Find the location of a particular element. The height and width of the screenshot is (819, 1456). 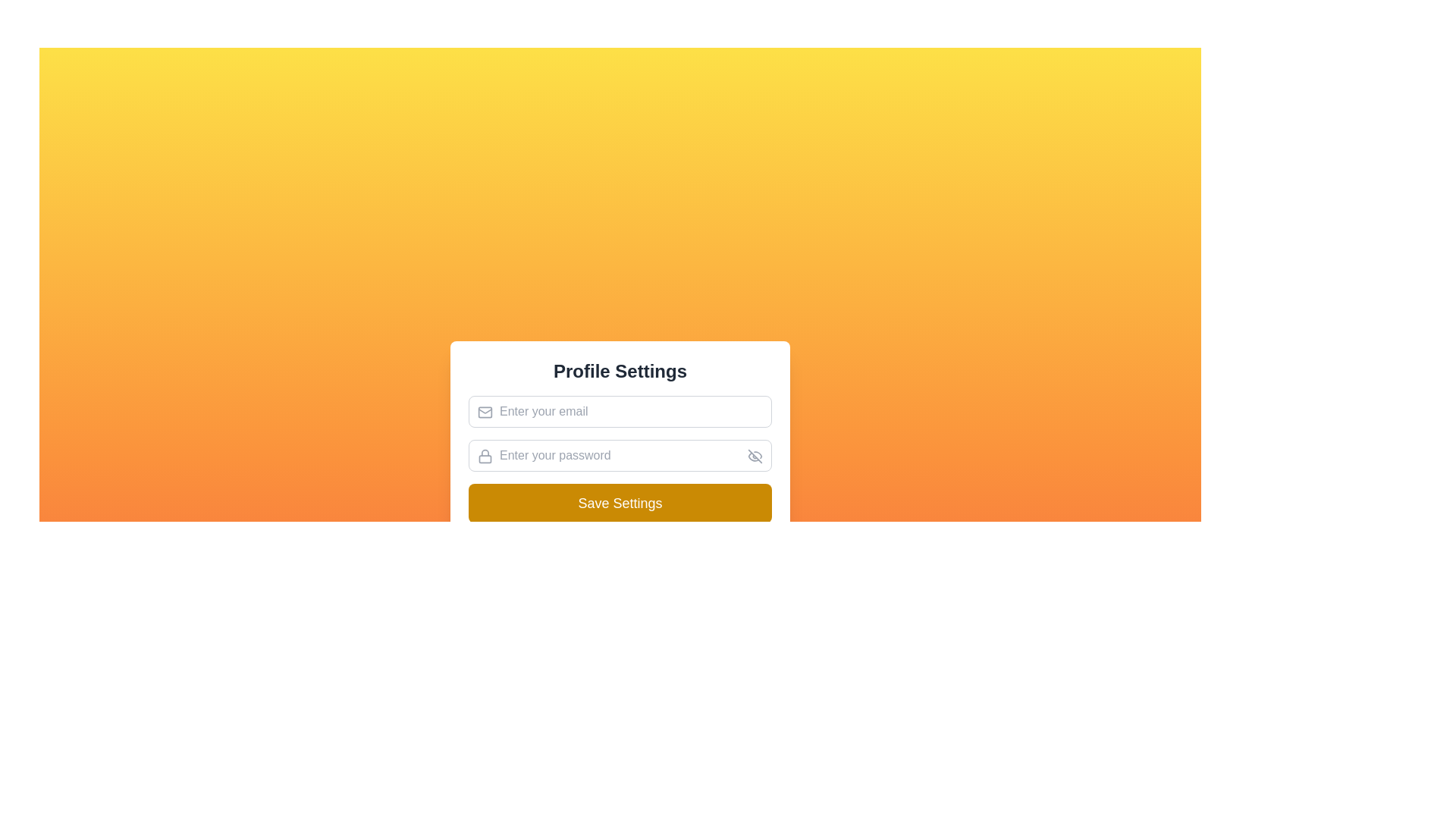

the email icon located within the 'Enter your email' input field at the top of the settings panel is located at coordinates (484, 412).